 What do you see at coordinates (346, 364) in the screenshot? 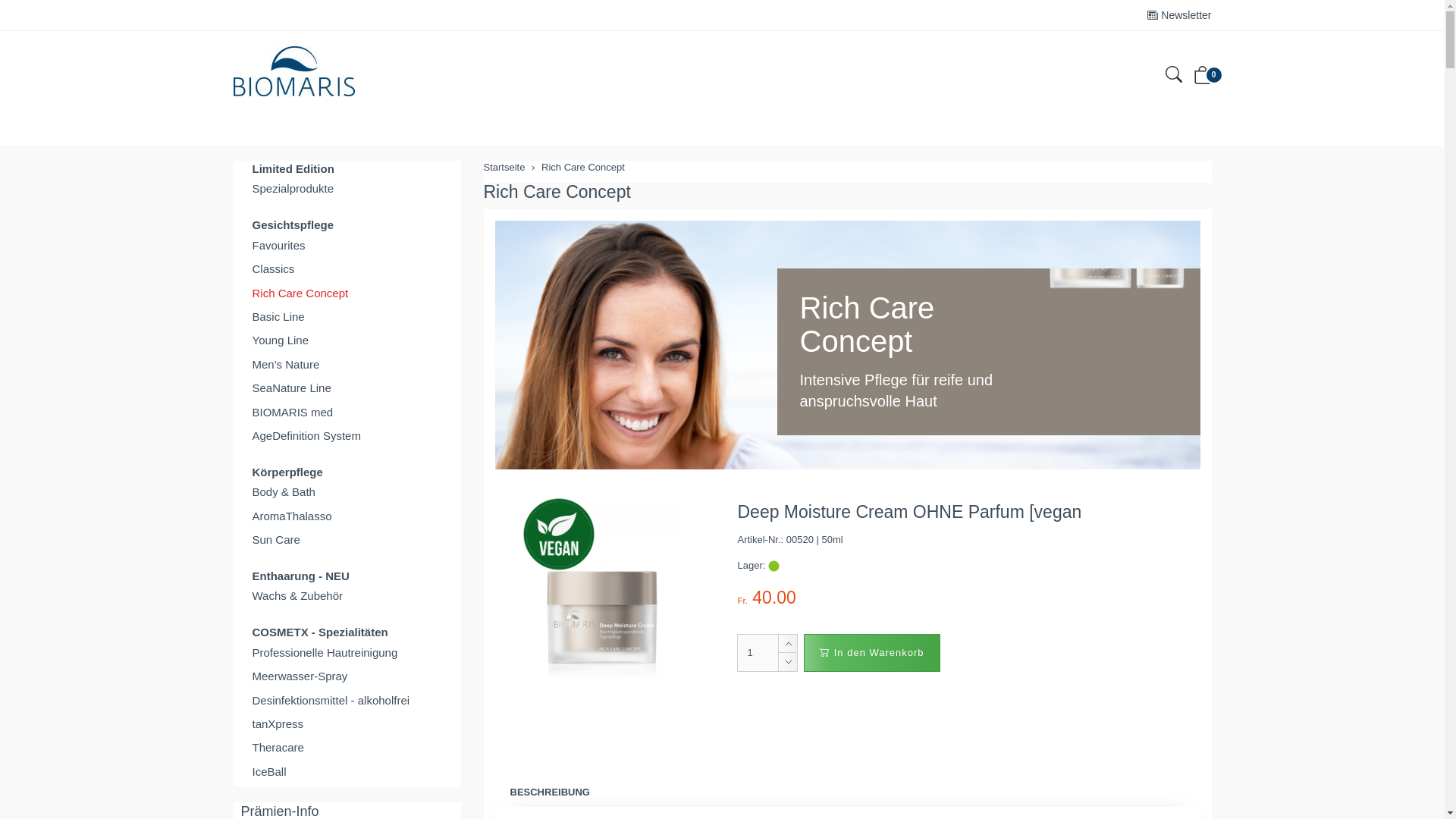
I see `'Men's Nature'` at bounding box center [346, 364].